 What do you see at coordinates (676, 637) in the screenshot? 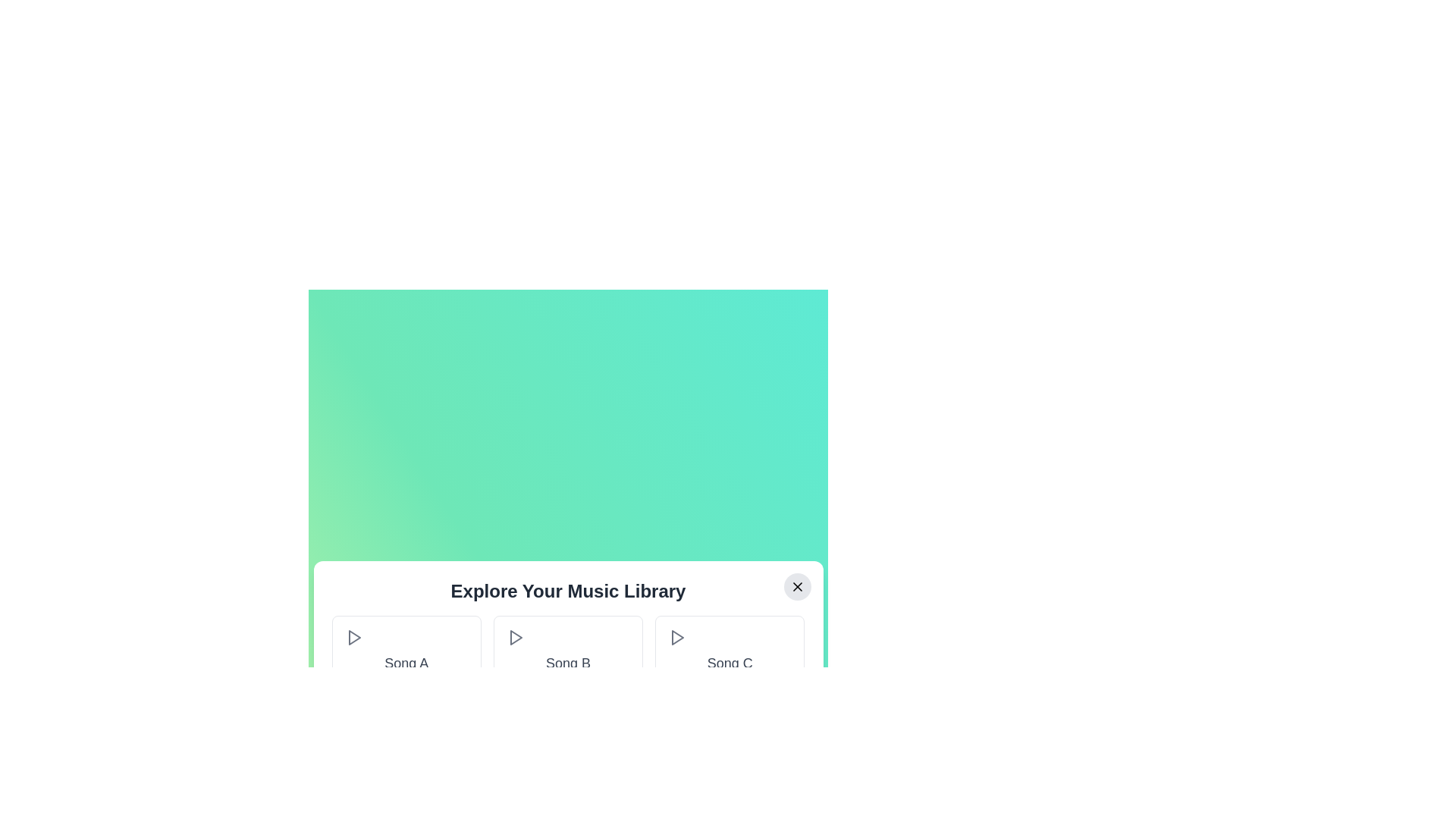
I see `play button next to the song Song C to play it` at bounding box center [676, 637].